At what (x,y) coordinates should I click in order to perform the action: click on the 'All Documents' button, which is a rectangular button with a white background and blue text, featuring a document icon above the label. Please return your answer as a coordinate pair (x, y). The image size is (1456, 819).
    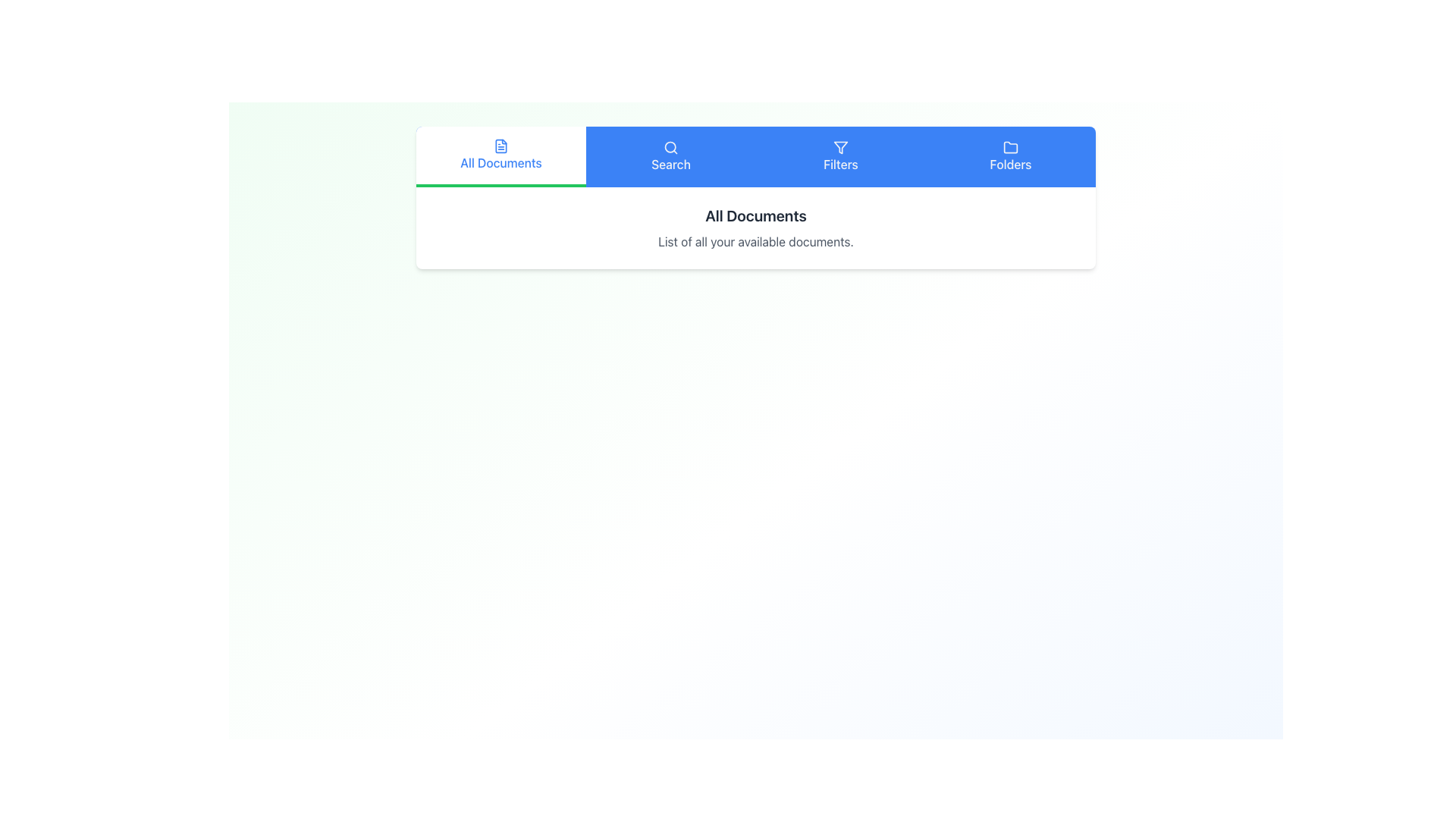
    Looking at the image, I should click on (501, 157).